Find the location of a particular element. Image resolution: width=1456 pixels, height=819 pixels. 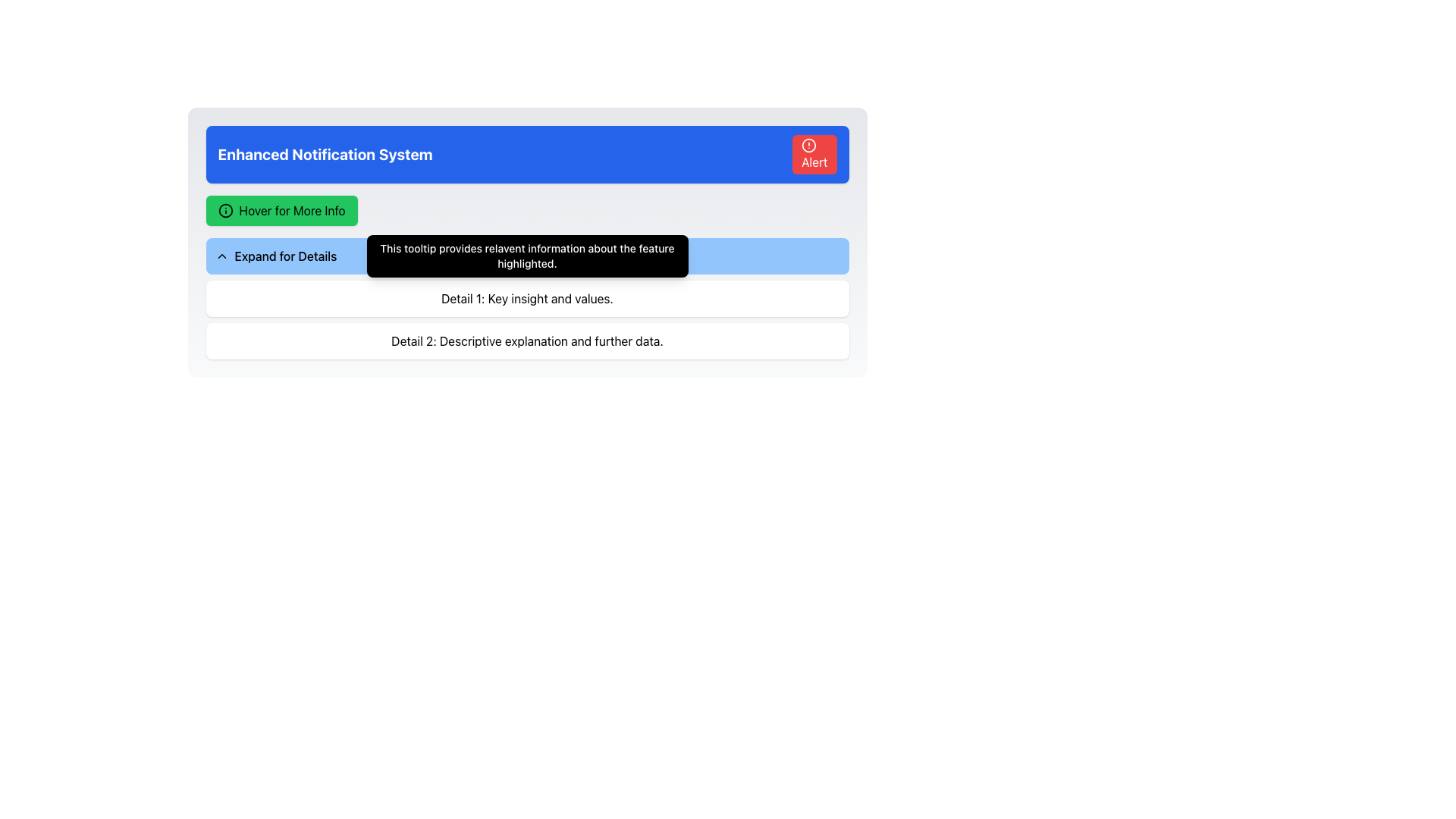

the green button labeled 'Hover for More Info' that contains a circular information icon, located below the 'Enhanced Notification System' banner is located at coordinates (281, 210).